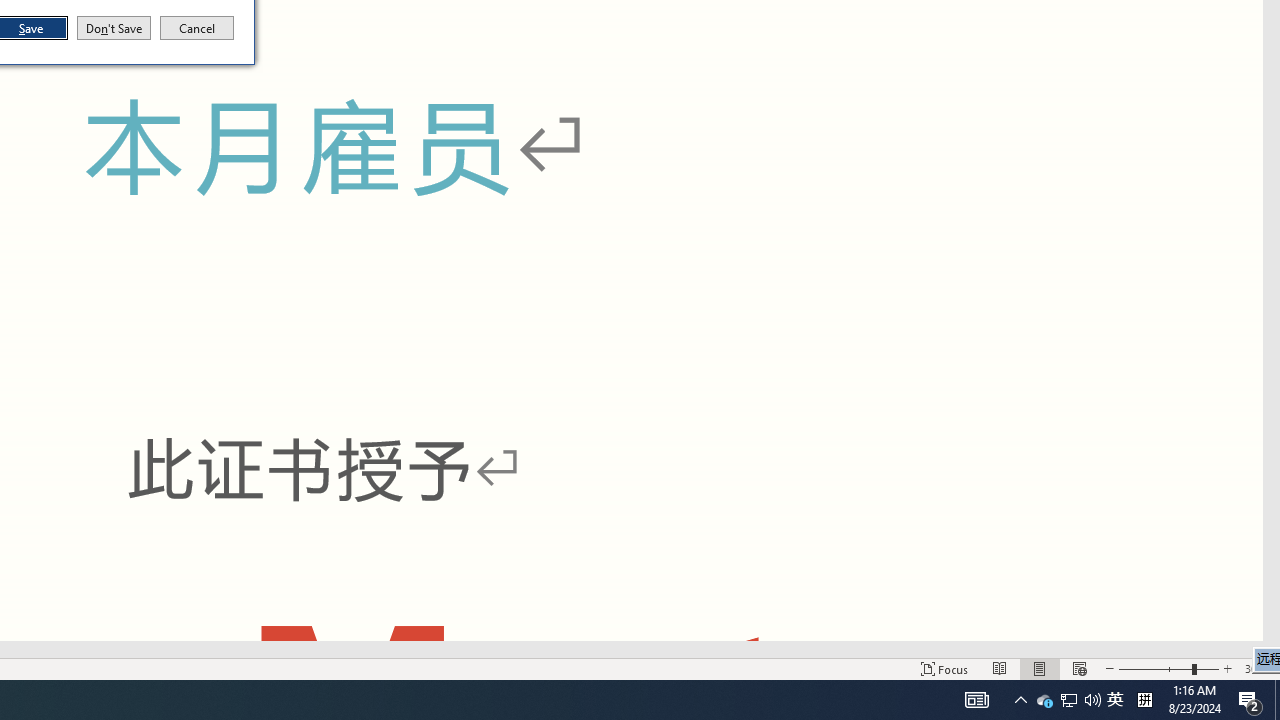  What do you see at coordinates (1276, 698) in the screenshot?
I see `'Show desktop'` at bounding box center [1276, 698].